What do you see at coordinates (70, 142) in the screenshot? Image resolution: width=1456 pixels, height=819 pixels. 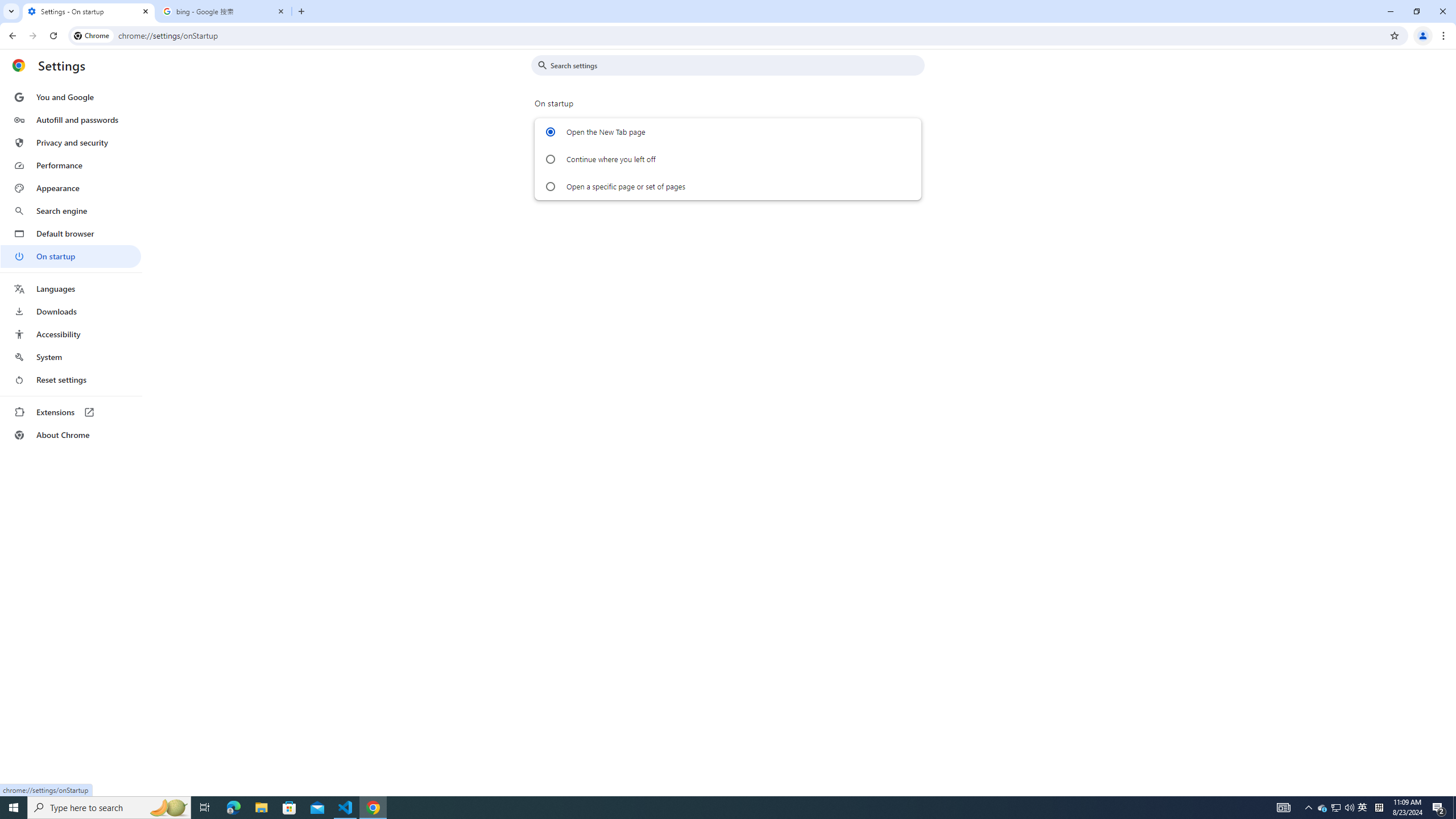 I see `'Privacy and security'` at bounding box center [70, 142].